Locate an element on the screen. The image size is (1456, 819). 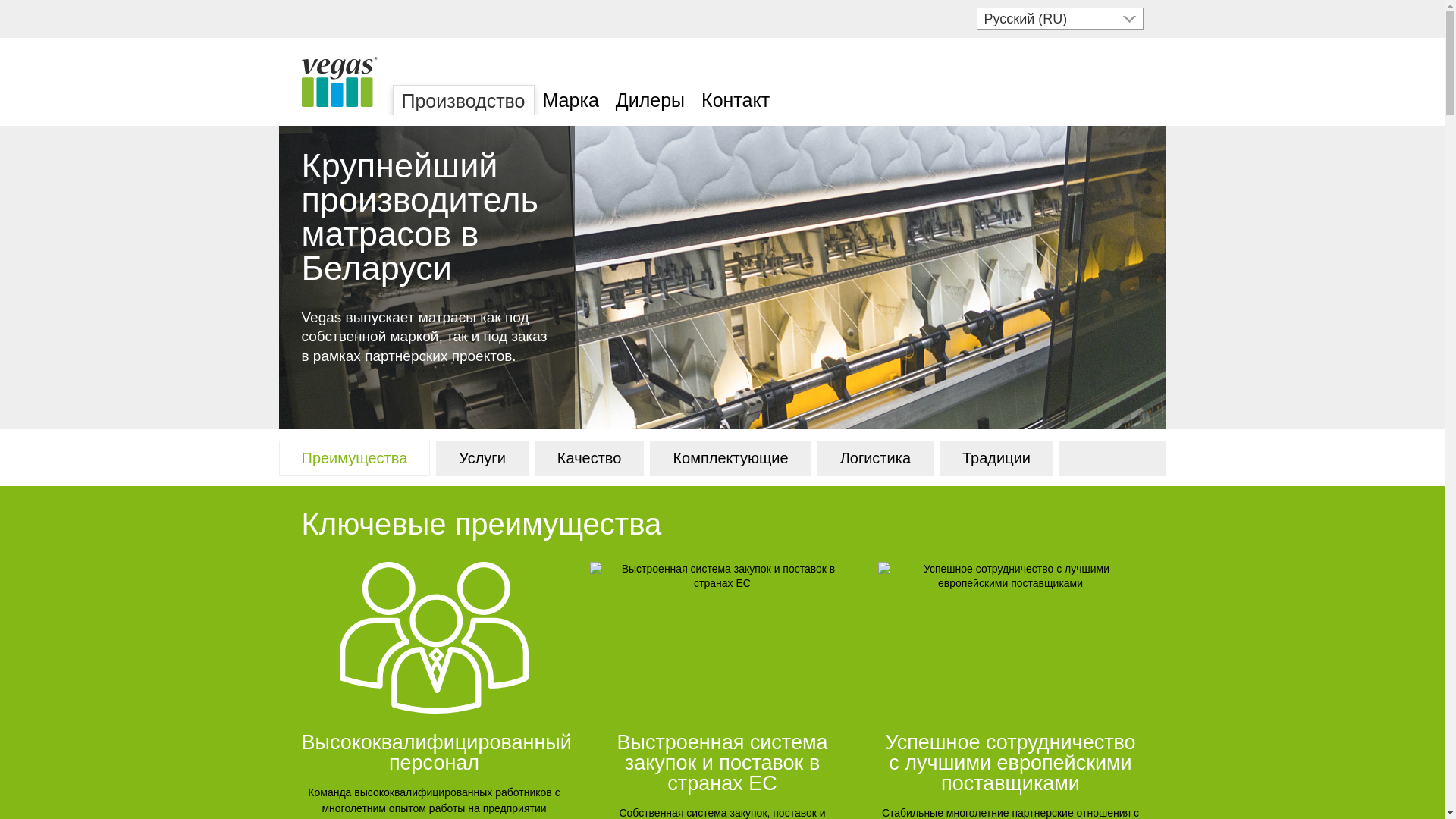
'Vegas' is located at coordinates (302, 82).